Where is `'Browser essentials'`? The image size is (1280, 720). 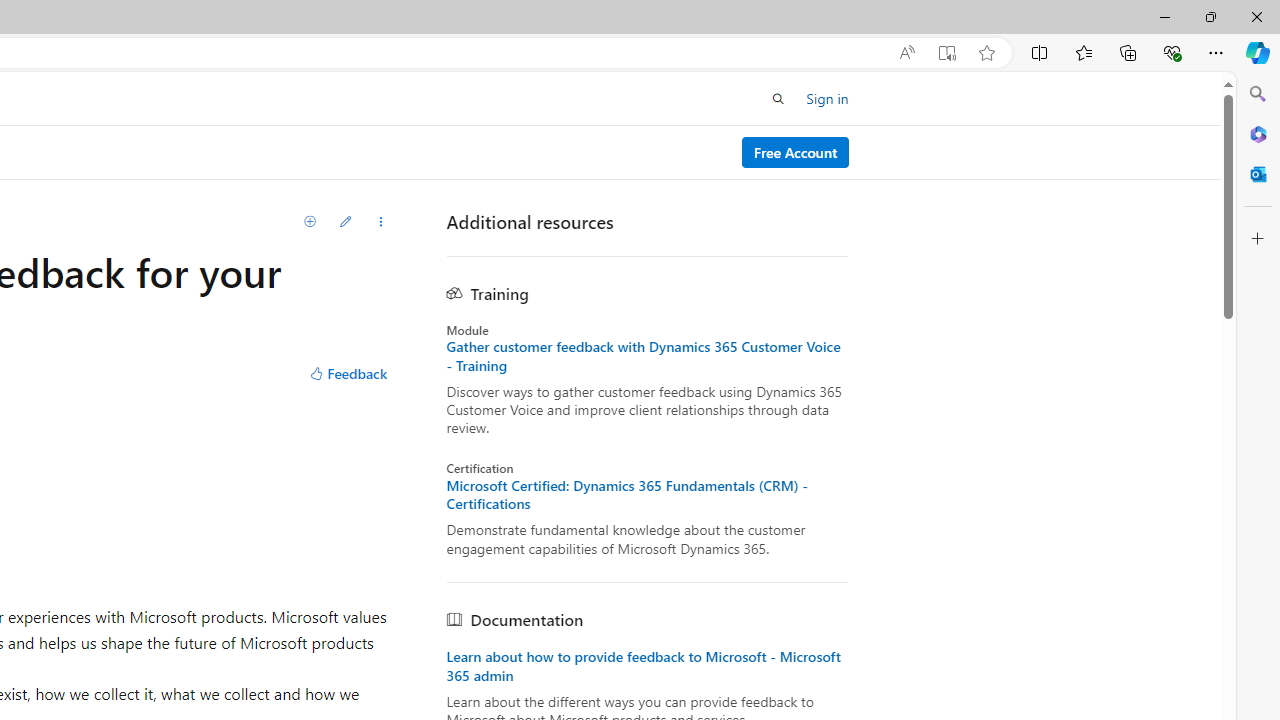 'Browser essentials' is located at coordinates (1171, 51).